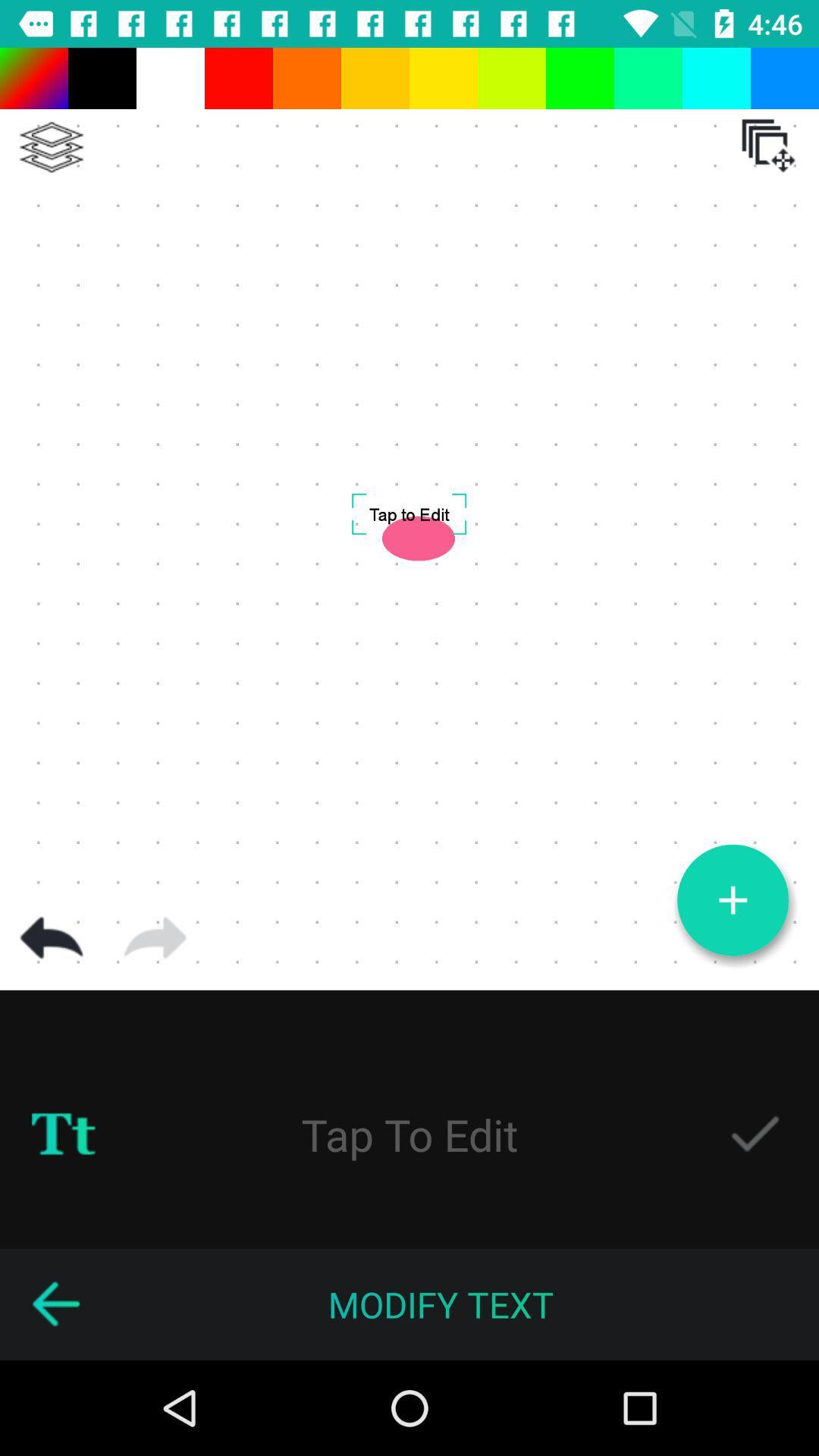 The image size is (819, 1456). I want to click on the icon which is below blue colour box, so click(769, 146).